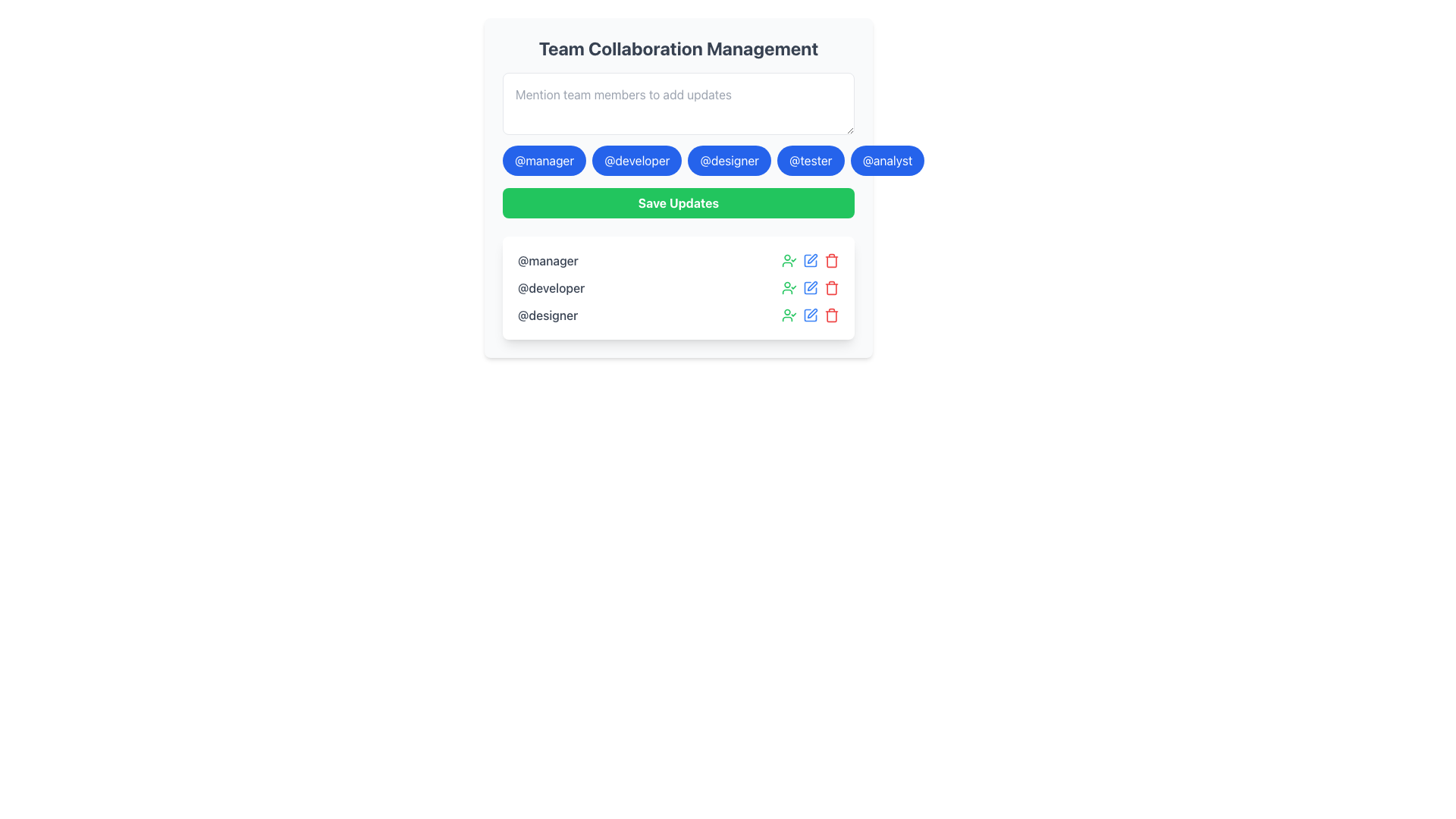 The width and height of the screenshot is (1456, 819). What do you see at coordinates (551, 288) in the screenshot?
I see `text of the second text label in the vertical list, which identifies a team member and is centrally aligned under the '@manager' item` at bounding box center [551, 288].